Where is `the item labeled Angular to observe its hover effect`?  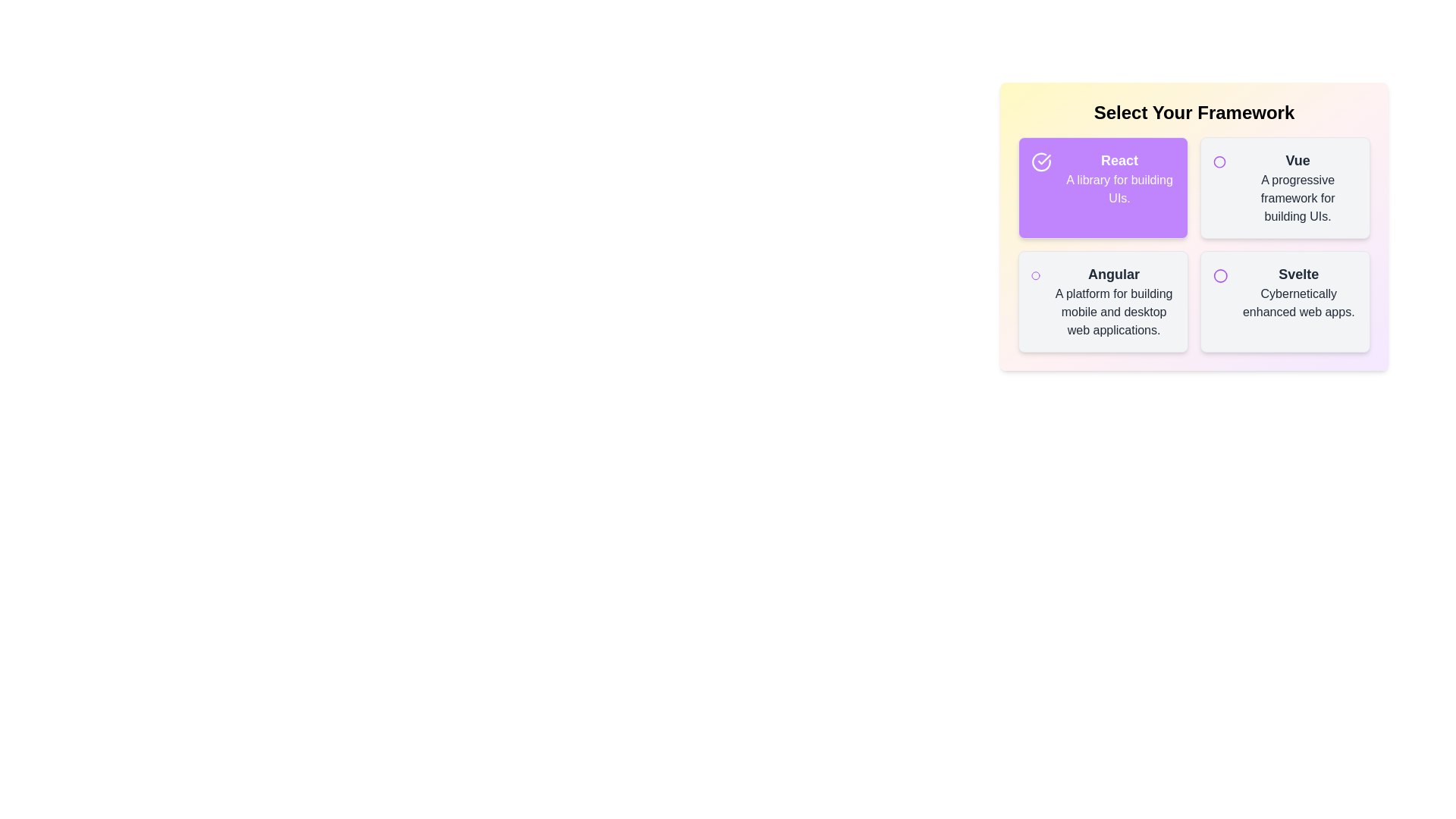
the item labeled Angular to observe its hover effect is located at coordinates (1103, 301).